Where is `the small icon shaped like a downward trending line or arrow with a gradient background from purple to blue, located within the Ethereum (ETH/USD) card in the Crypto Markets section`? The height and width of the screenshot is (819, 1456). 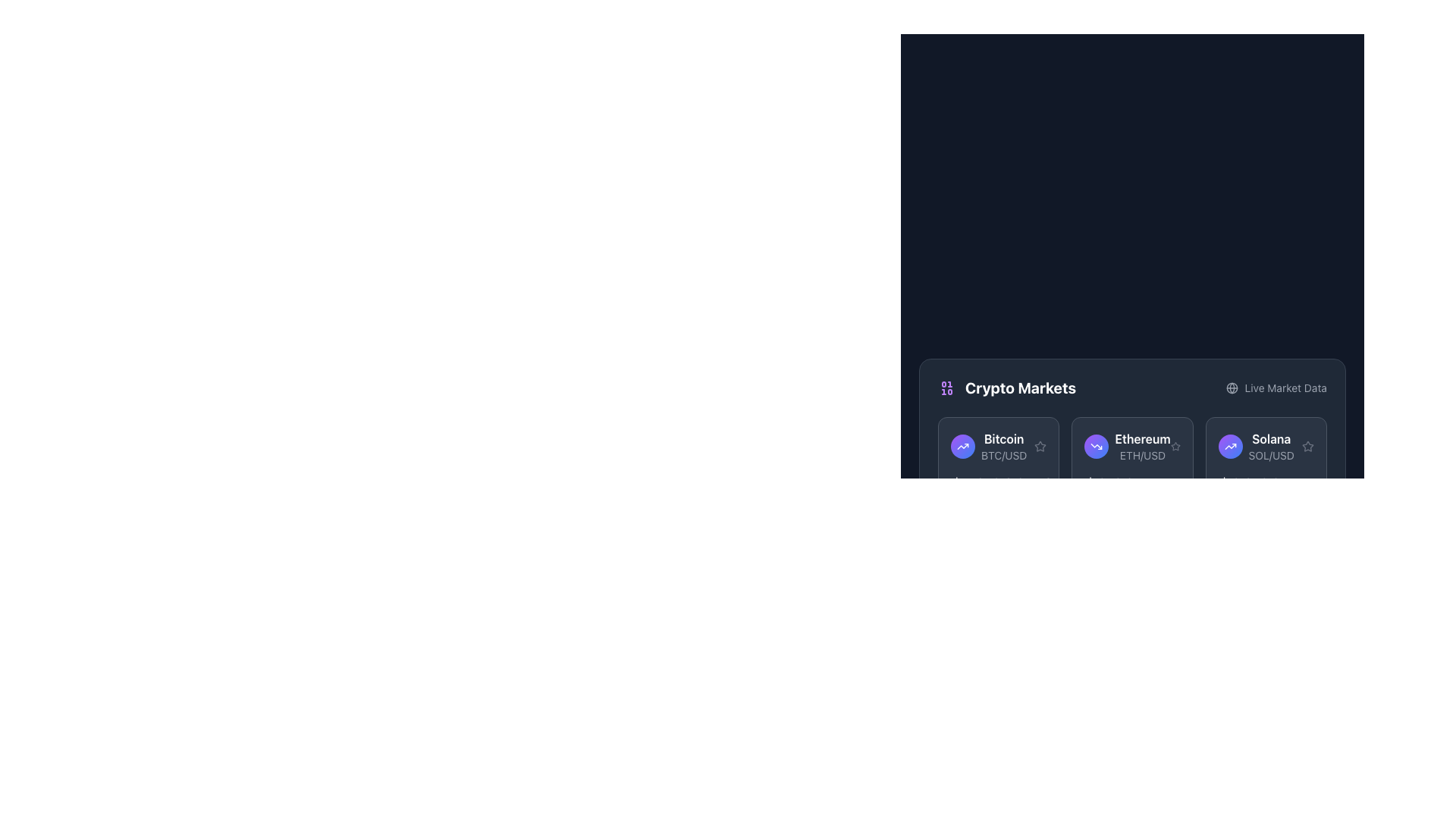
the small icon shaped like a downward trending line or arrow with a gradient background from purple to blue, located within the Ethereum (ETH/USD) card in the Crypto Markets section is located at coordinates (1097, 446).